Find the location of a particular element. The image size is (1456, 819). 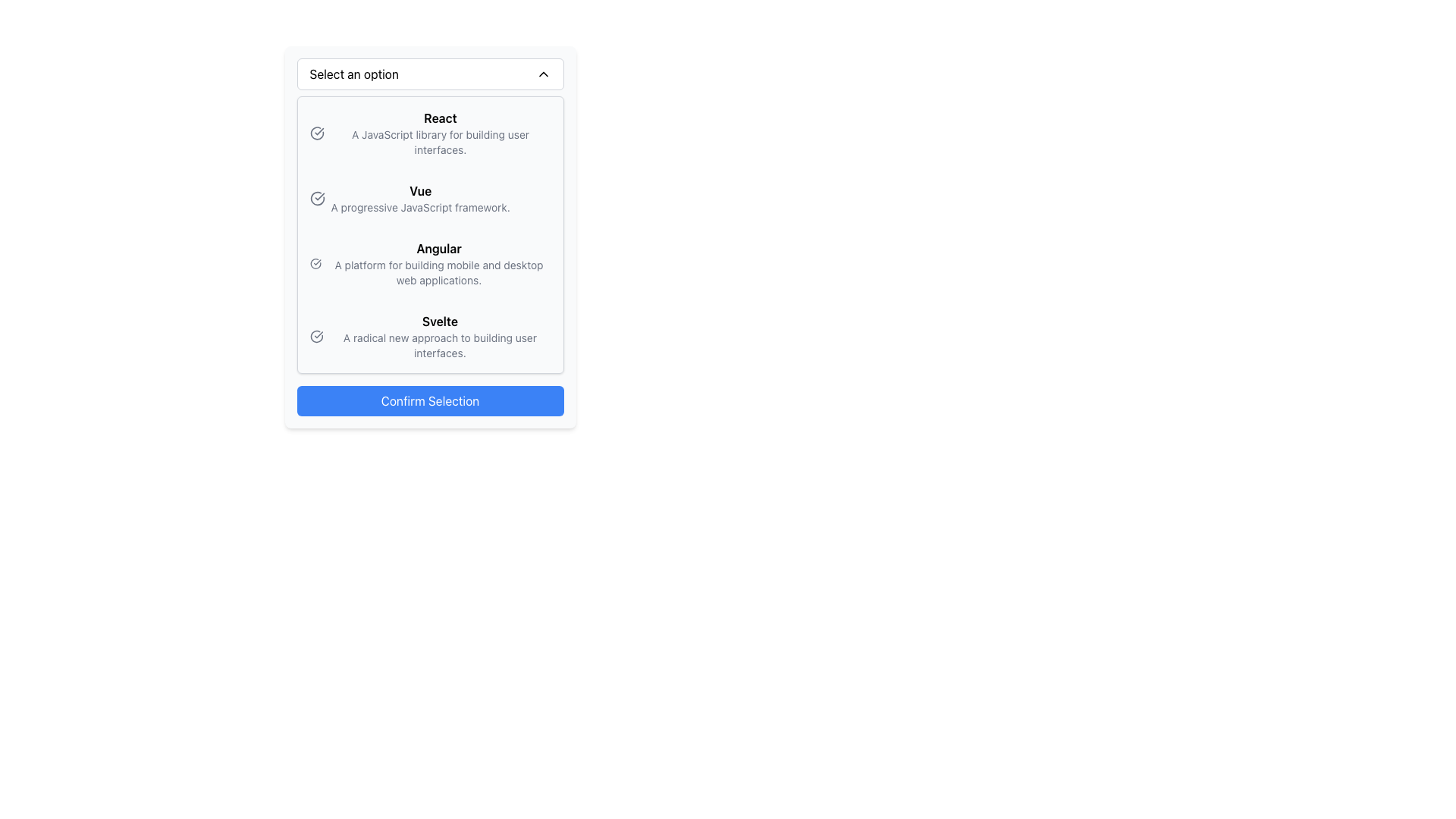

to select the 'Vue' option in the list, which is the second item featuring a check mark icon and a description below it is located at coordinates (429, 198).